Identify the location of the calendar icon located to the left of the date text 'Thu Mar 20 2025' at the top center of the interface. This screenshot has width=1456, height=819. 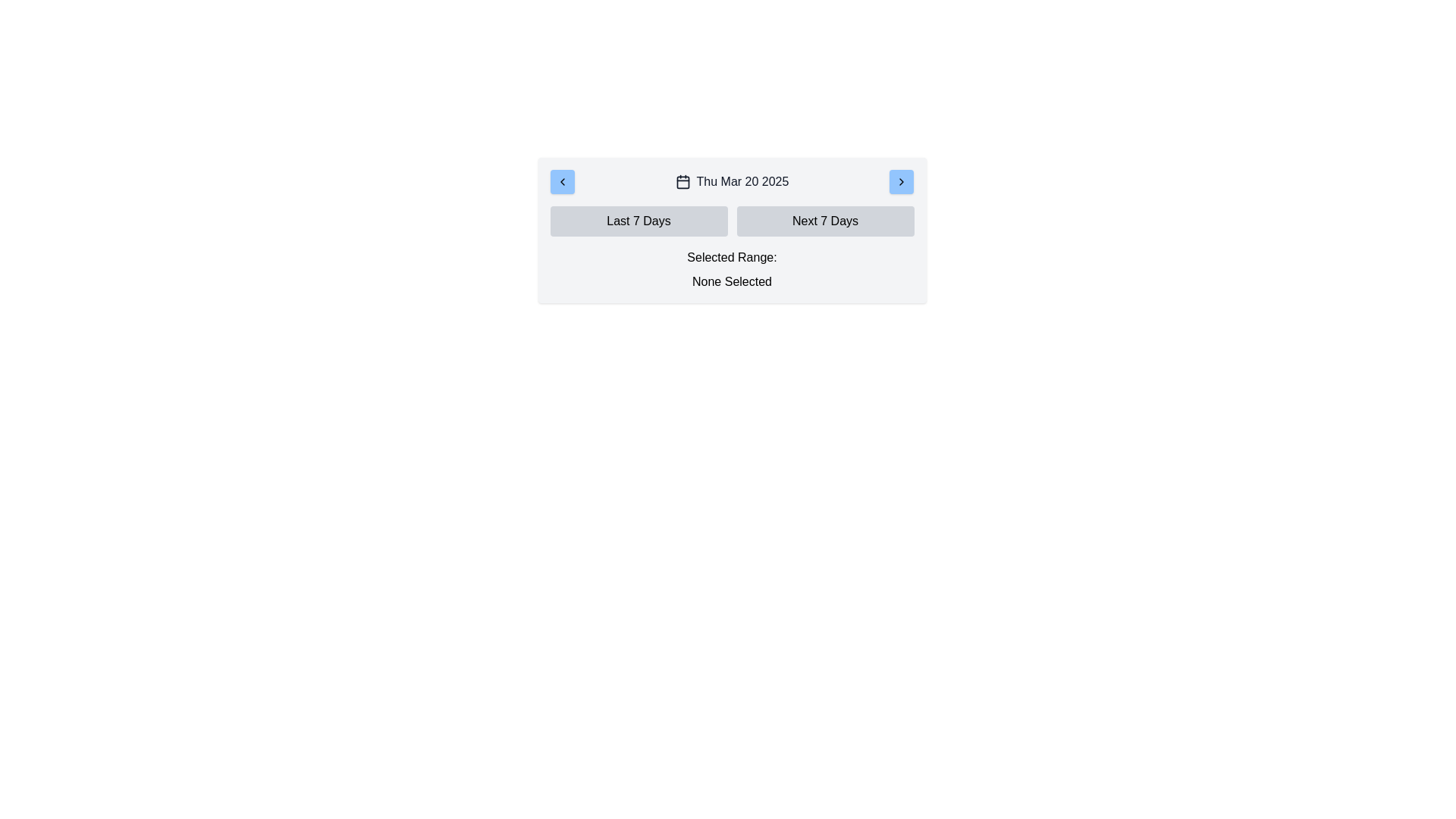
(682, 180).